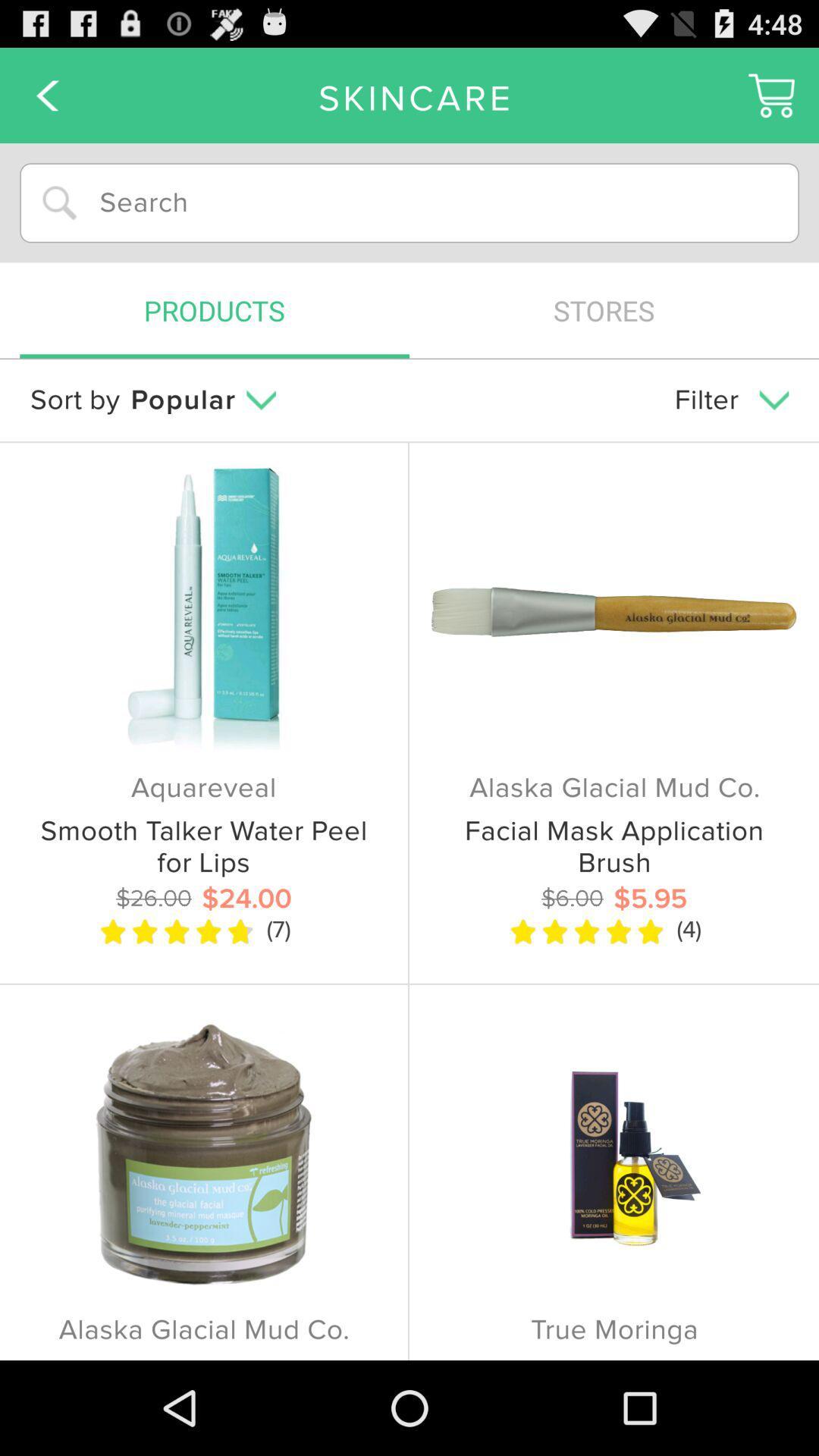  I want to click on the cart icon, so click(771, 101).